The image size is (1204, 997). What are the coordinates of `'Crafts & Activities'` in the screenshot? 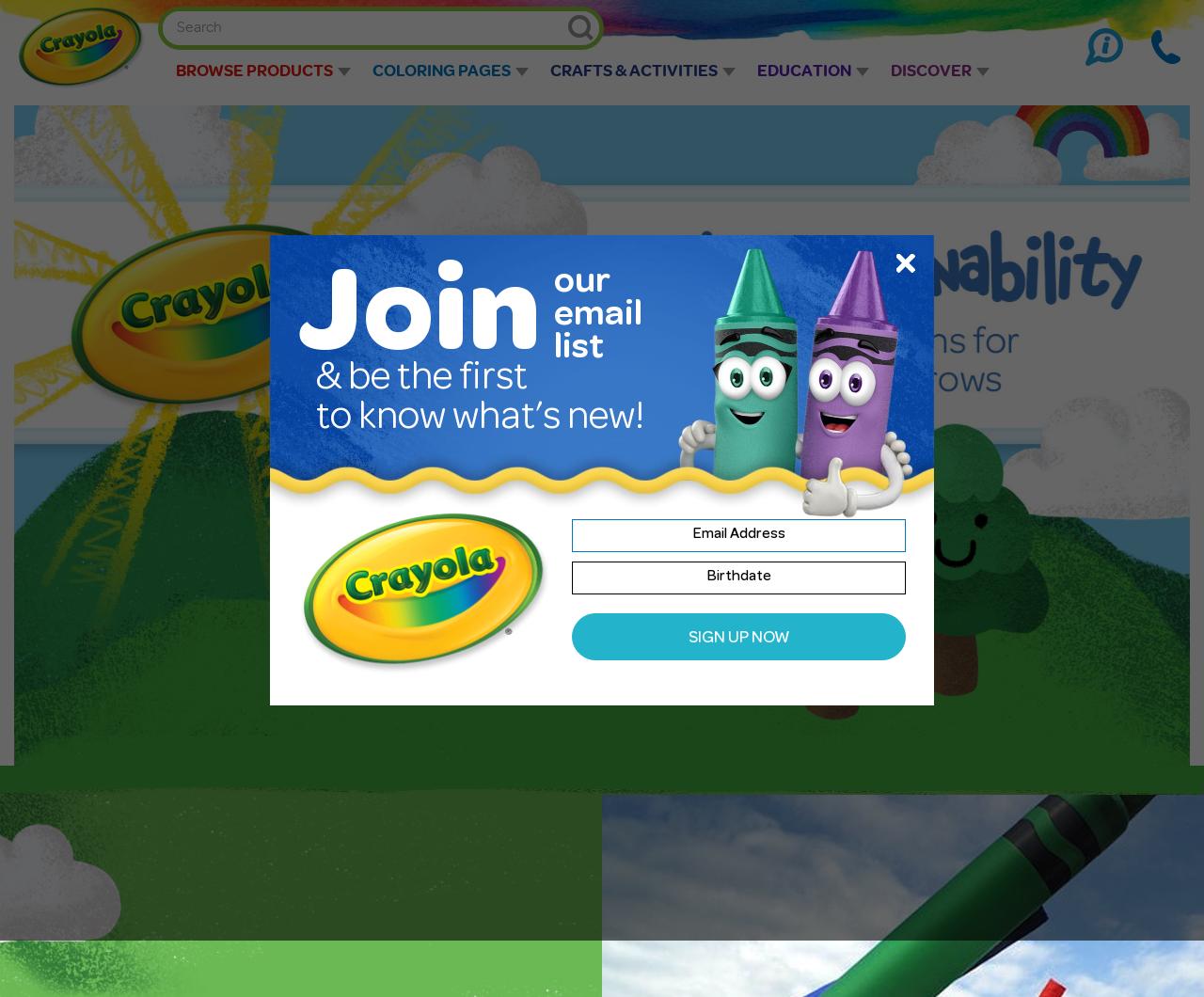 It's located at (548, 69).